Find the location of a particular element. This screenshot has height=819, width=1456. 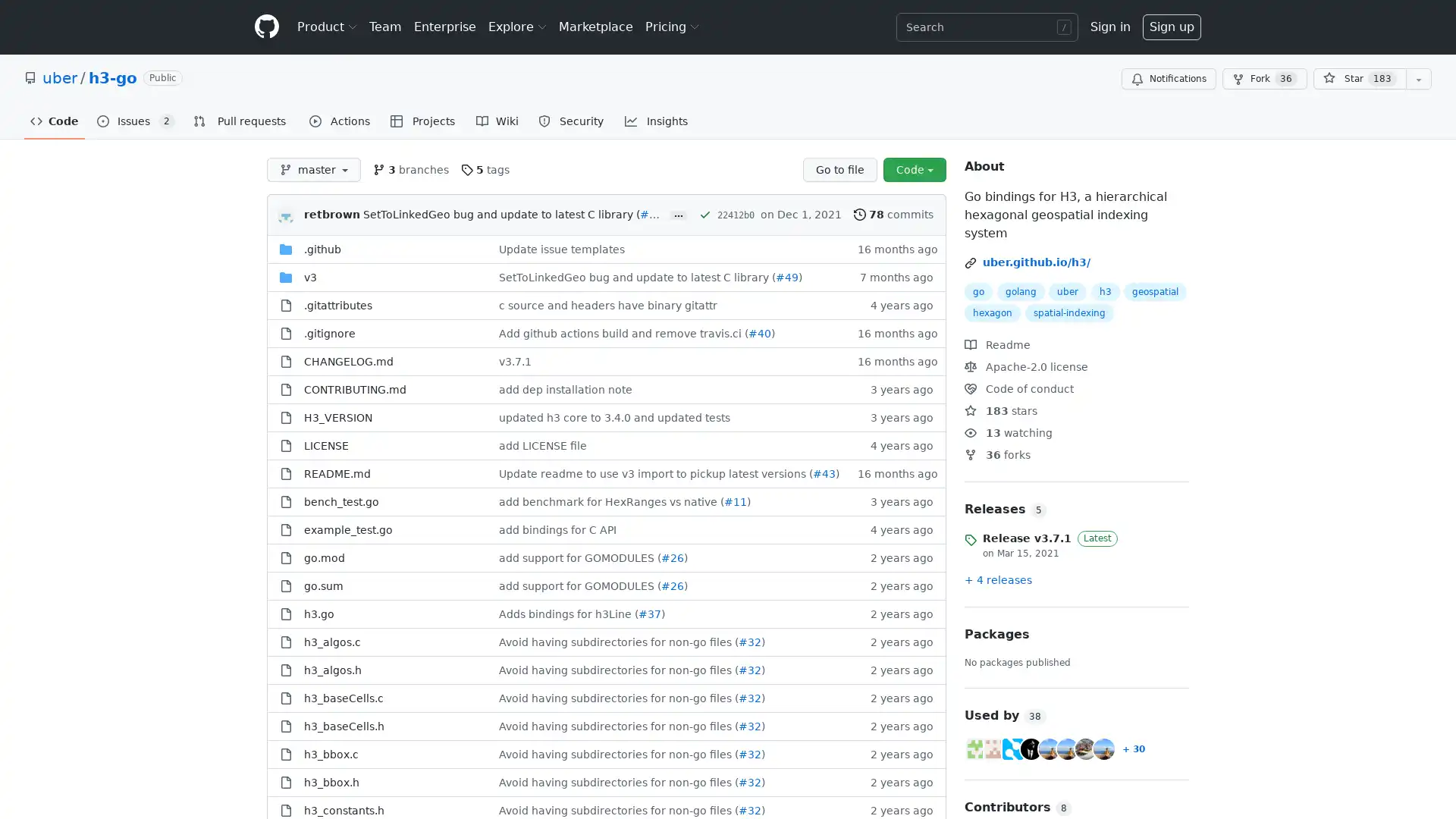

... is located at coordinates (677, 215).